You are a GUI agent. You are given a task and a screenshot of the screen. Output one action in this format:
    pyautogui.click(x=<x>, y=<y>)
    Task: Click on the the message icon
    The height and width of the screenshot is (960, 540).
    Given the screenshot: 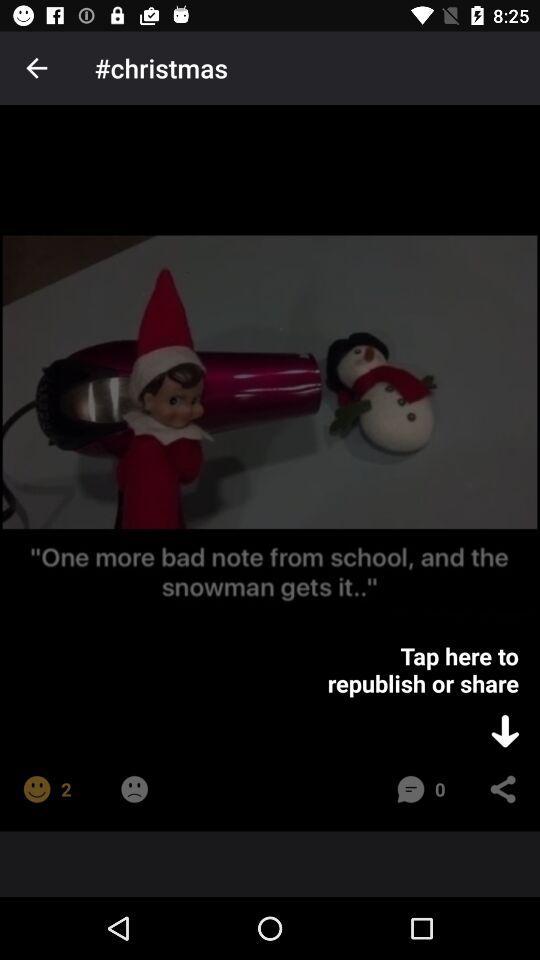 What is the action you would take?
    pyautogui.click(x=409, y=789)
    